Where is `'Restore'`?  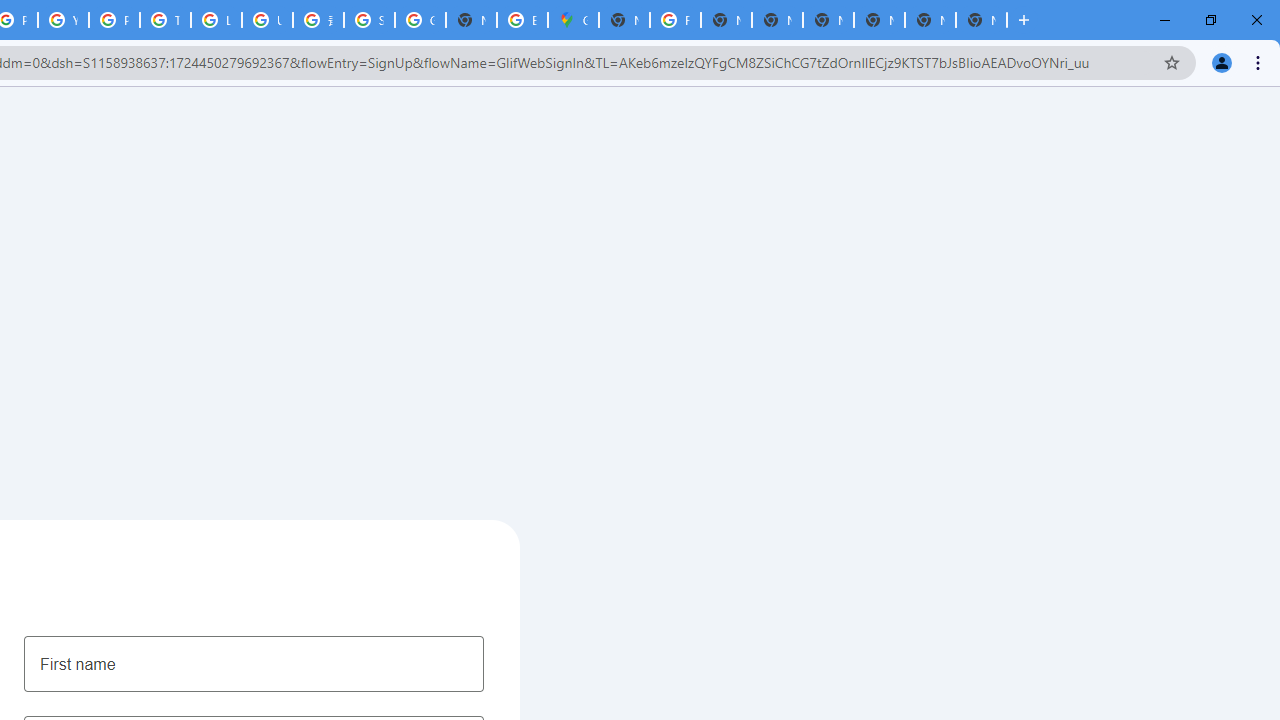
'Restore' is located at coordinates (1209, 20).